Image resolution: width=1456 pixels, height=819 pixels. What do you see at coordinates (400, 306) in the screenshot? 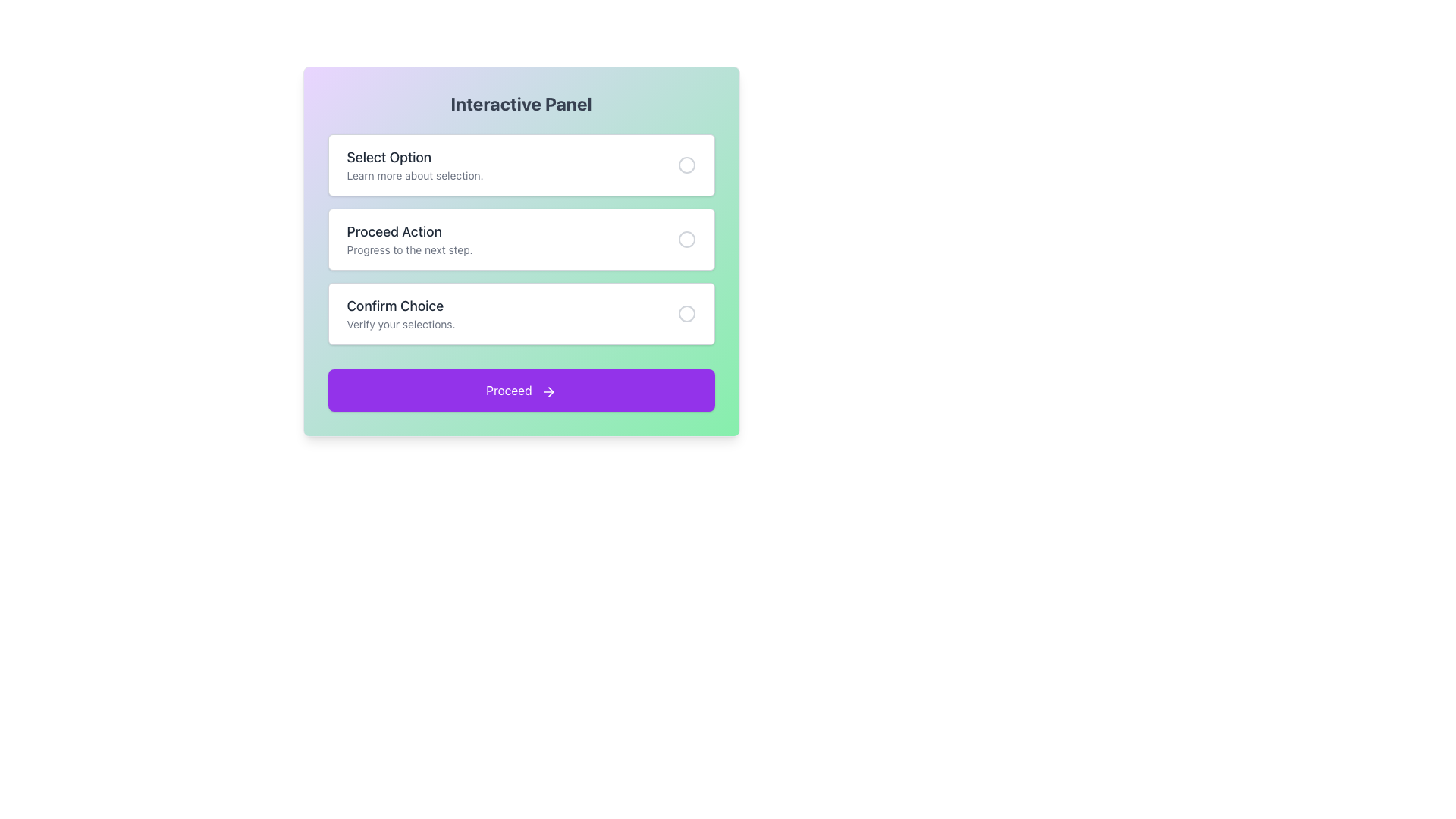
I see `the Text Label that indicates the third selection option, positioned between 'Proceed Action' and 'Verify your selections.'` at bounding box center [400, 306].